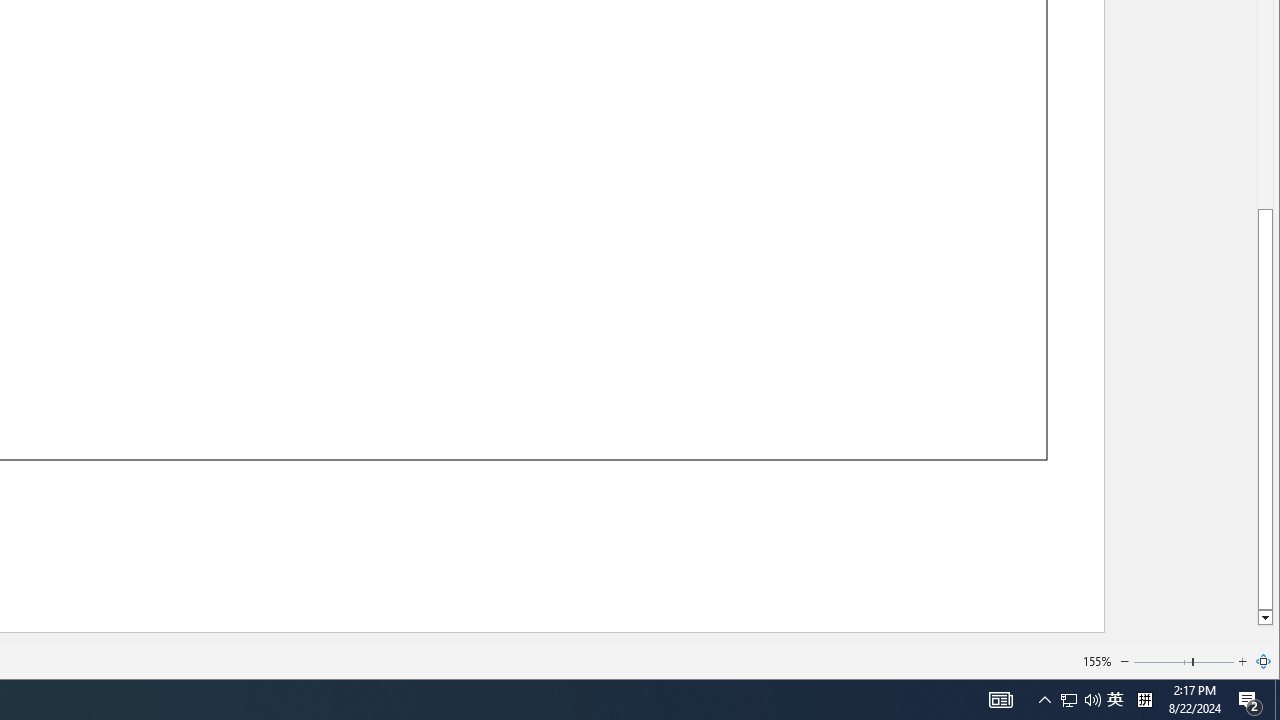  Describe the element at coordinates (1000, 698) in the screenshot. I see `'AutomationID: 4105'` at that location.